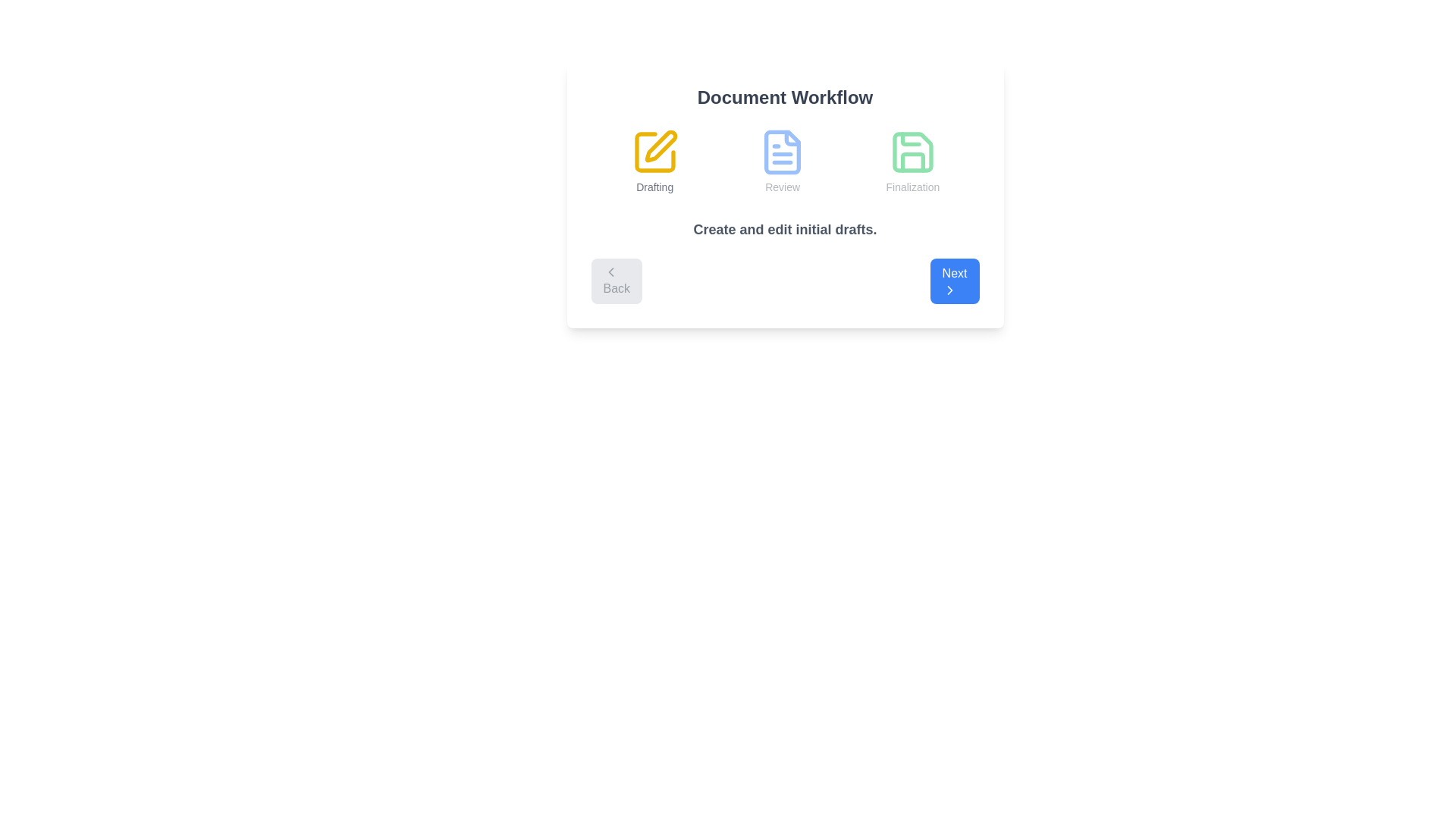  I want to click on the text label displaying 'Review' in a small, gray-colored font, located under the blue file icon in the middle column of the interface, so click(783, 186).